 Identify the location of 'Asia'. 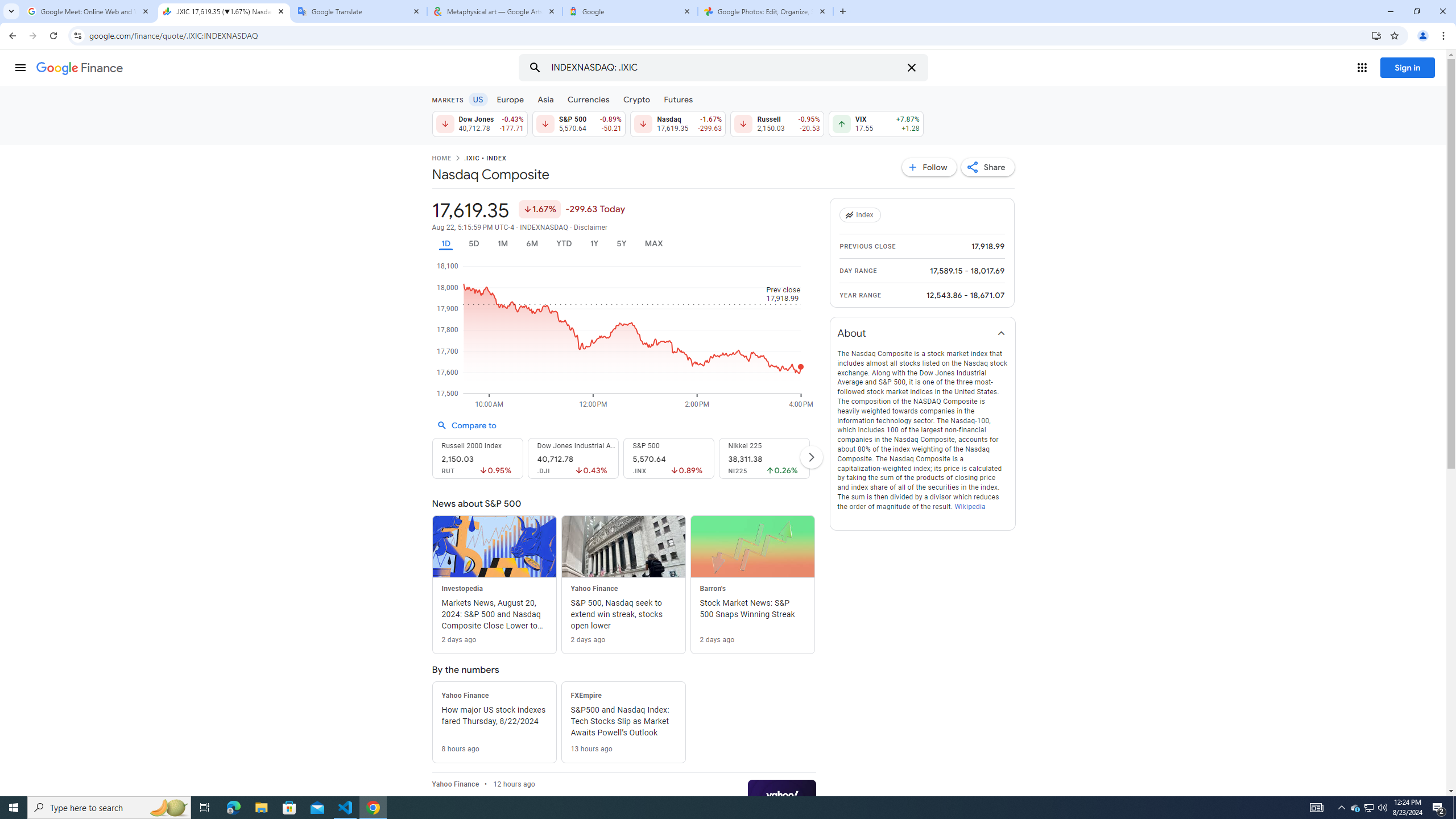
(545, 98).